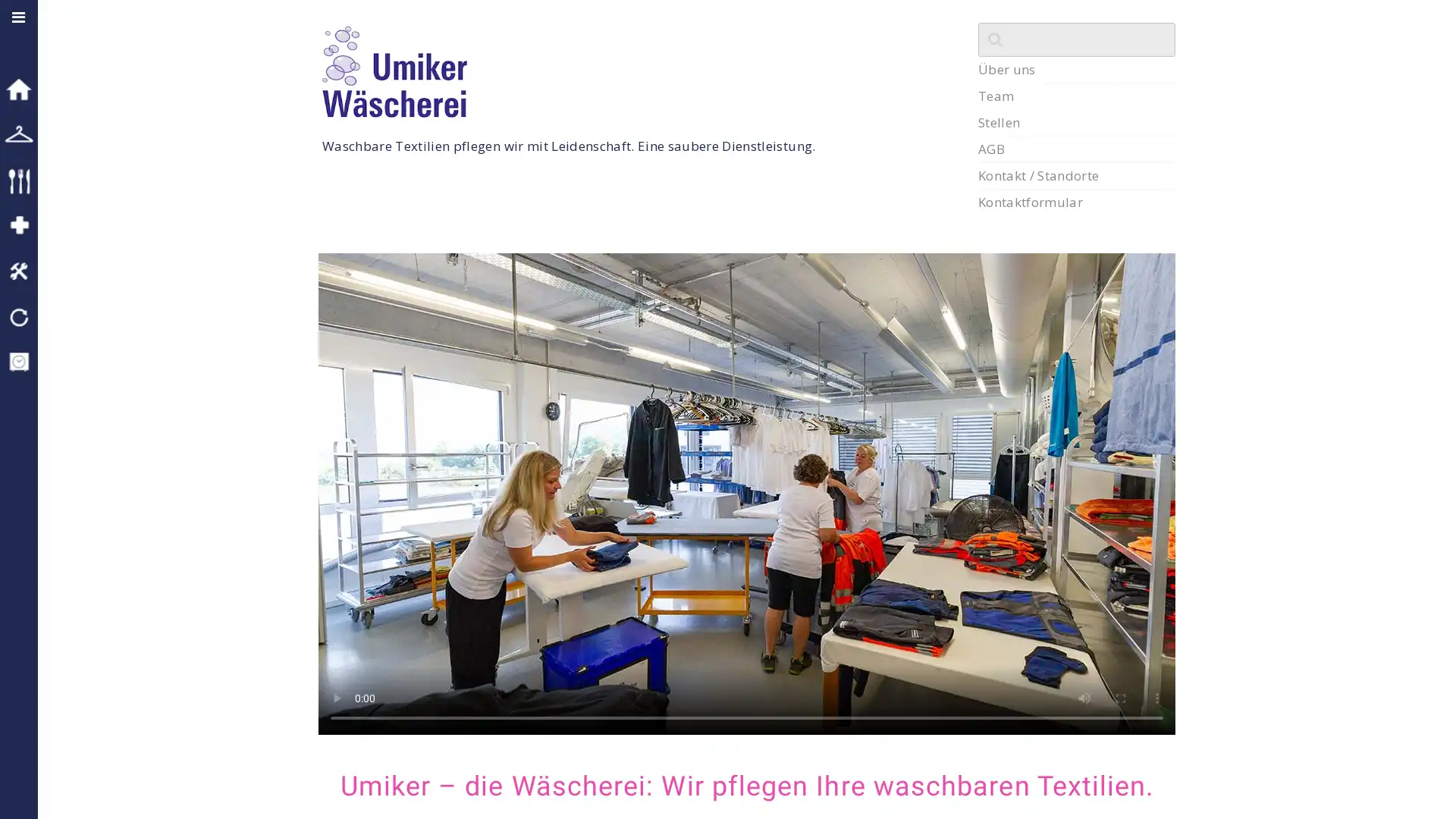  What do you see at coordinates (1121, 698) in the screenshot?
I see `enter full screen` at bounding box center [1121, 698].